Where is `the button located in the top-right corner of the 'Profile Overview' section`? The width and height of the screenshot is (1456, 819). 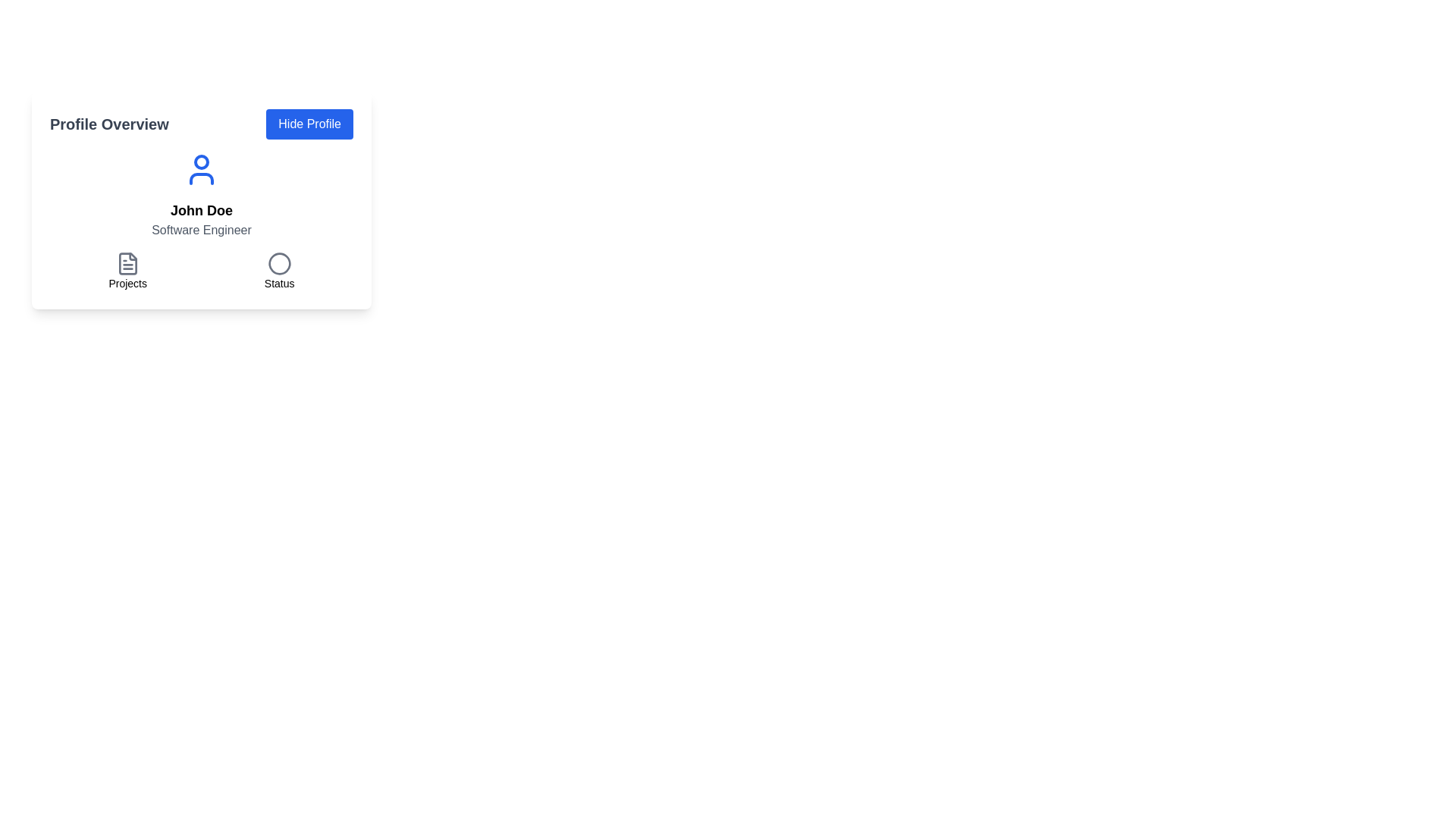 the button located in the top-right corner of the 'Profile Overview' section is located at coordinates (309, 124).